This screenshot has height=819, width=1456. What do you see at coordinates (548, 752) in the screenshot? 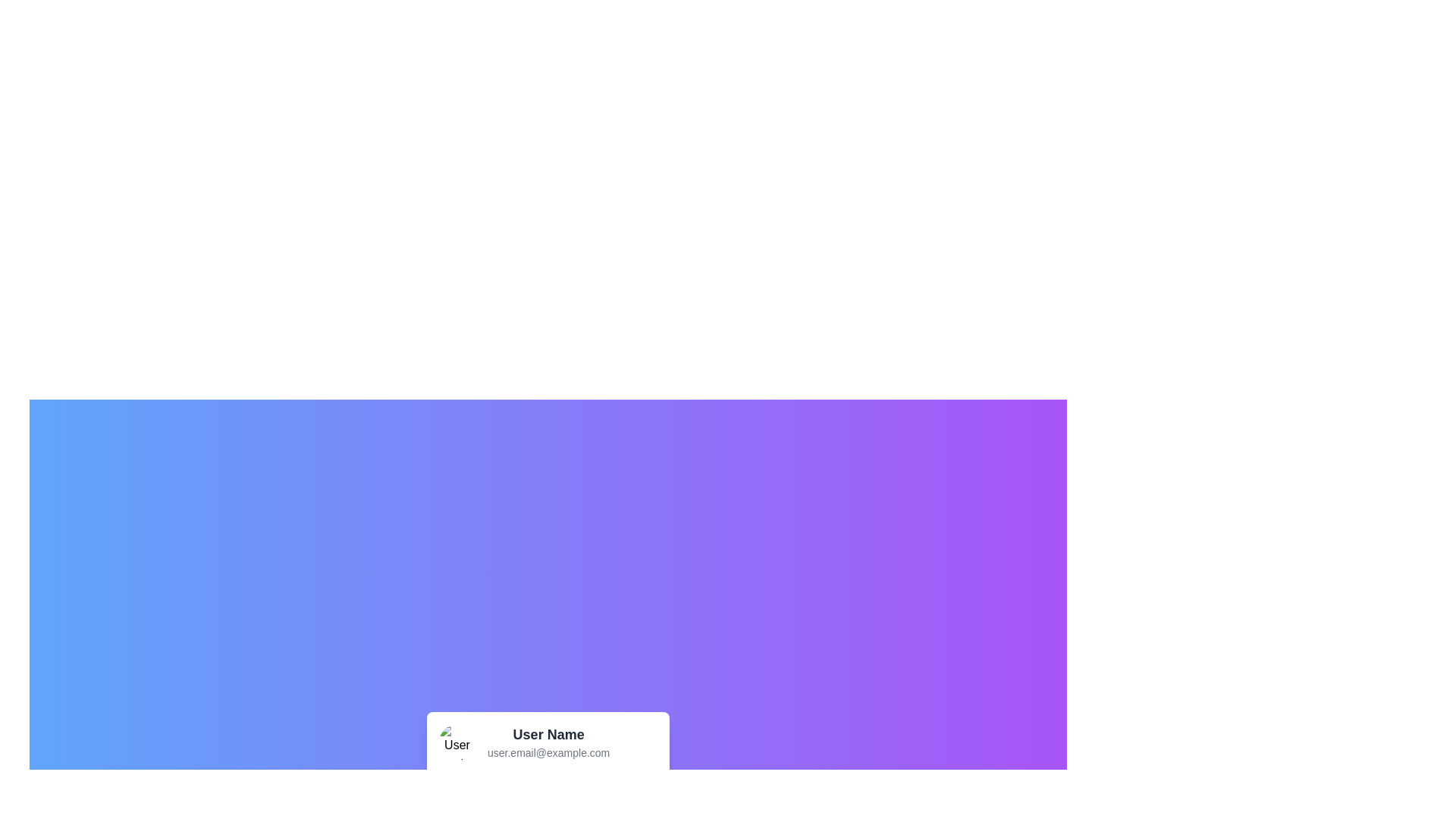
I see `the text label displaying the email address 'user.email@example.com', which is styled in gray and positioned below the 'User Name' label within a white card against a gradient blue-to-purple background` at bounding box center [548, 752].